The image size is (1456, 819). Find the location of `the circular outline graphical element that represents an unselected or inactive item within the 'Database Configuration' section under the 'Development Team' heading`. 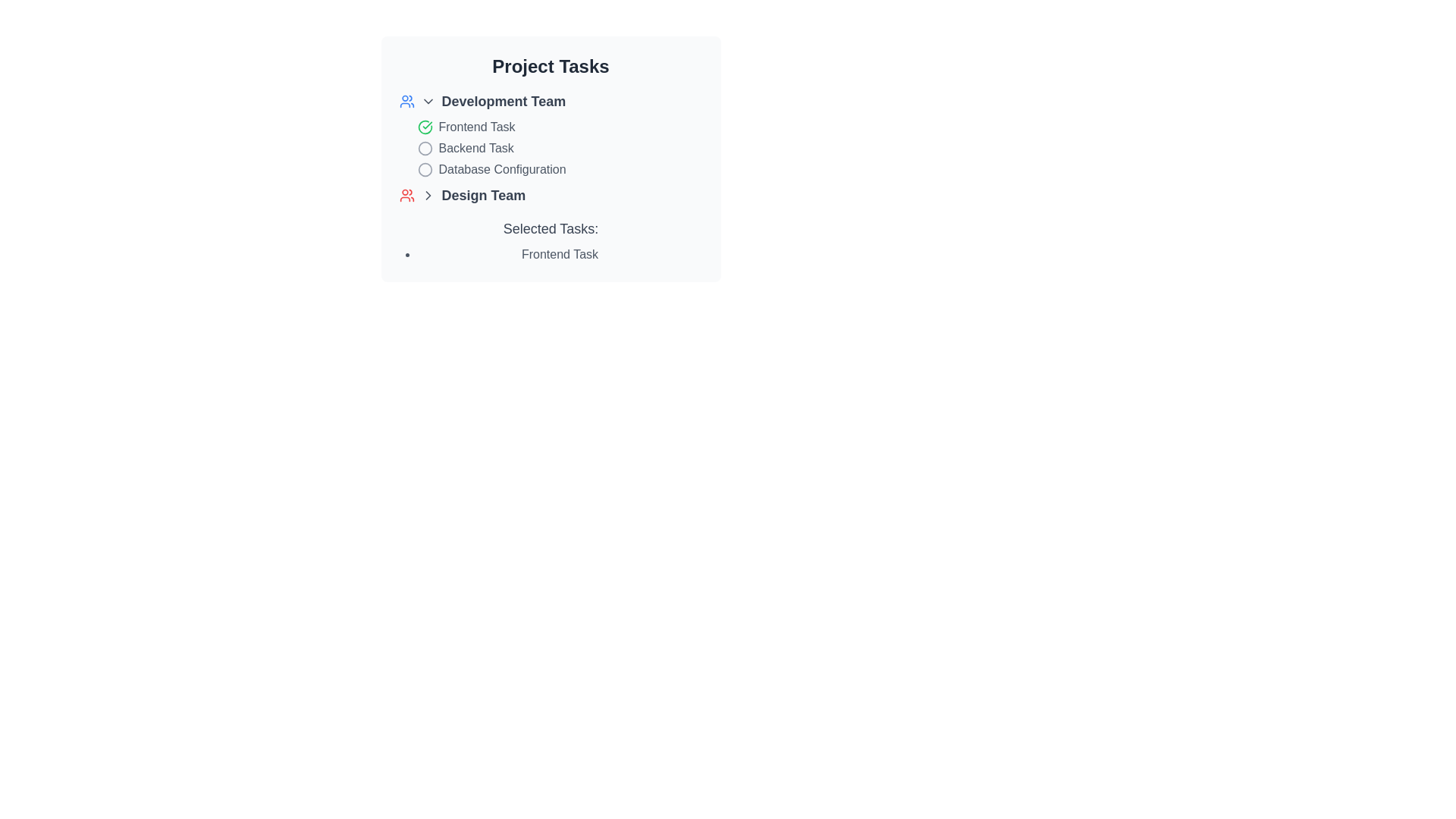

the circular outline graphical element that represents an unselected or inactive item within the 'Database Configuration' section under the 'Development Team' heading is located at coordinates (425, 149).